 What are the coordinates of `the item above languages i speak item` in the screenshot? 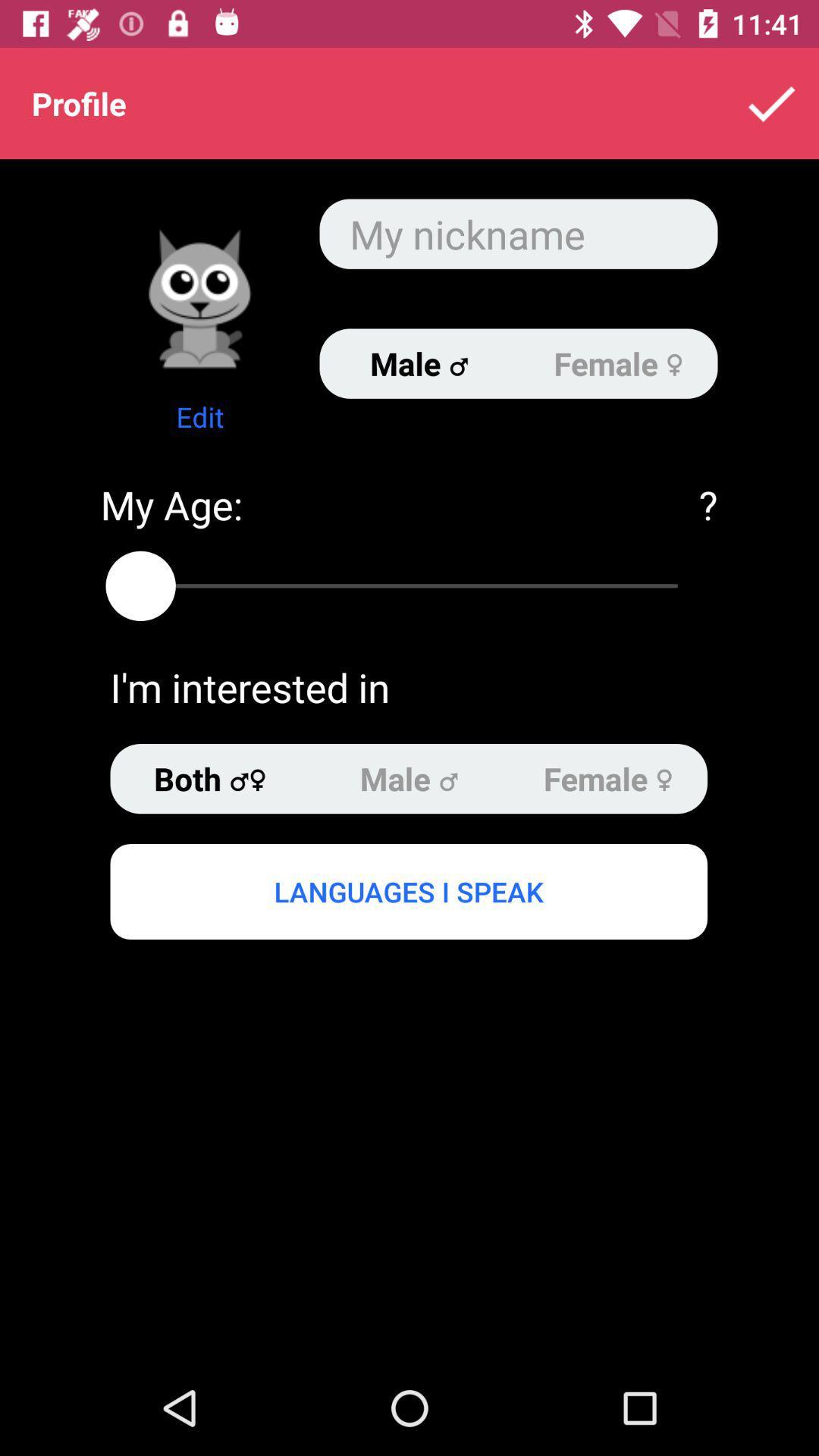 It's located at (209, 779).